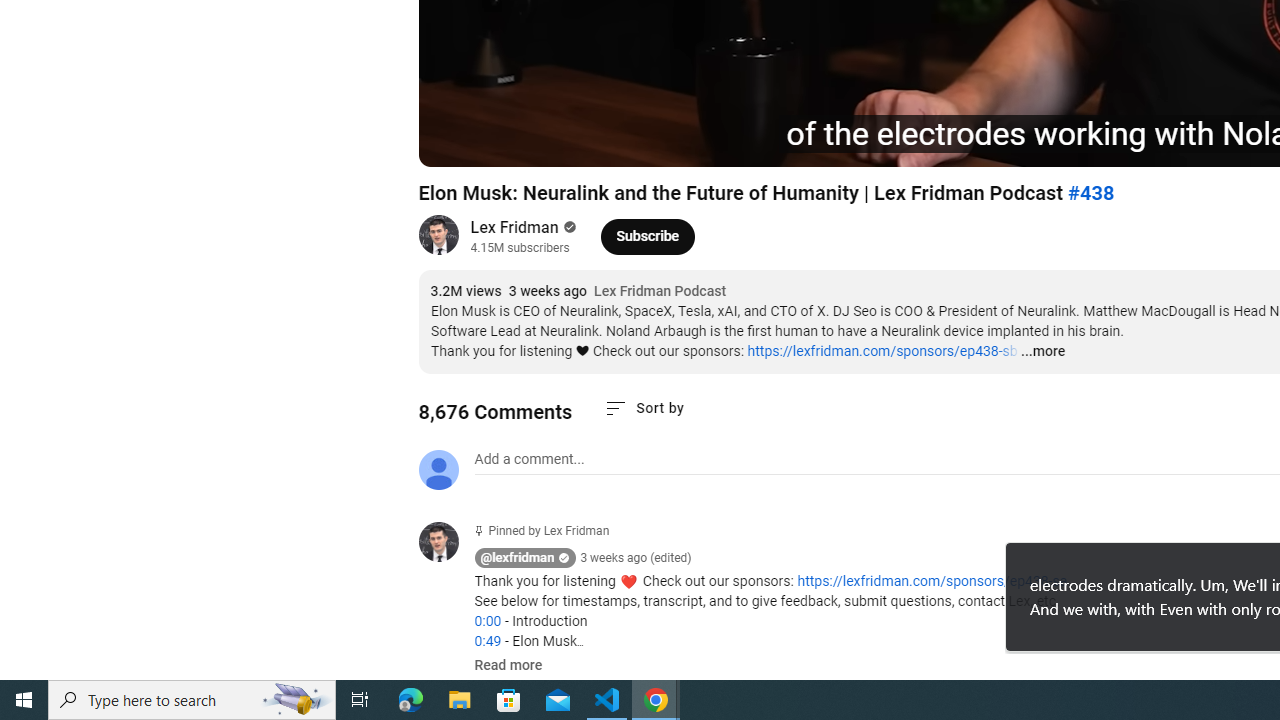 The width and height of the screenshot is (1280, 720). What do you see at coordinates (487, 620) in the screenshot?
I see `'0:00'` at bounding box center [487, 620].